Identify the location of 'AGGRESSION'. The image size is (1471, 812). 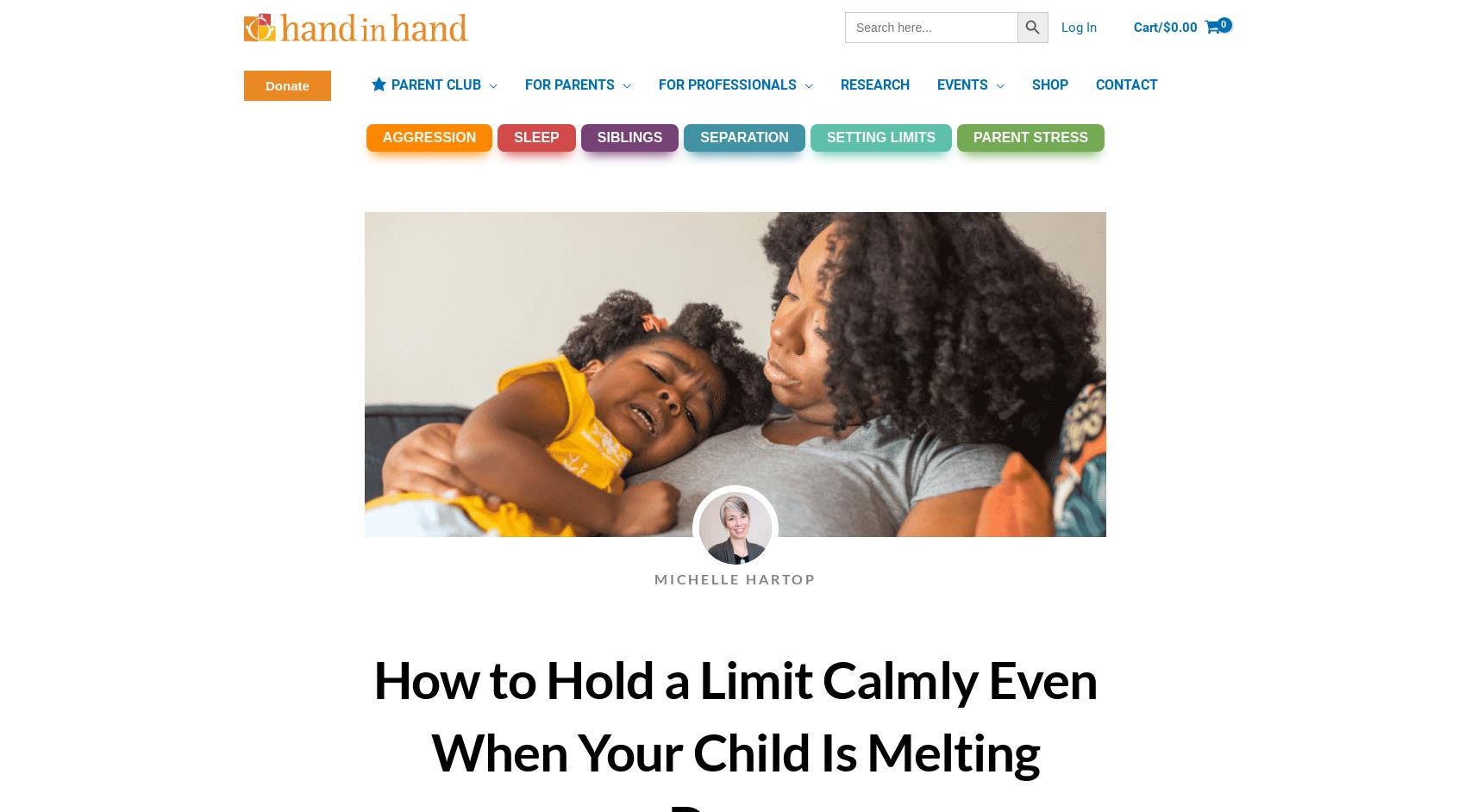
(428, 136).